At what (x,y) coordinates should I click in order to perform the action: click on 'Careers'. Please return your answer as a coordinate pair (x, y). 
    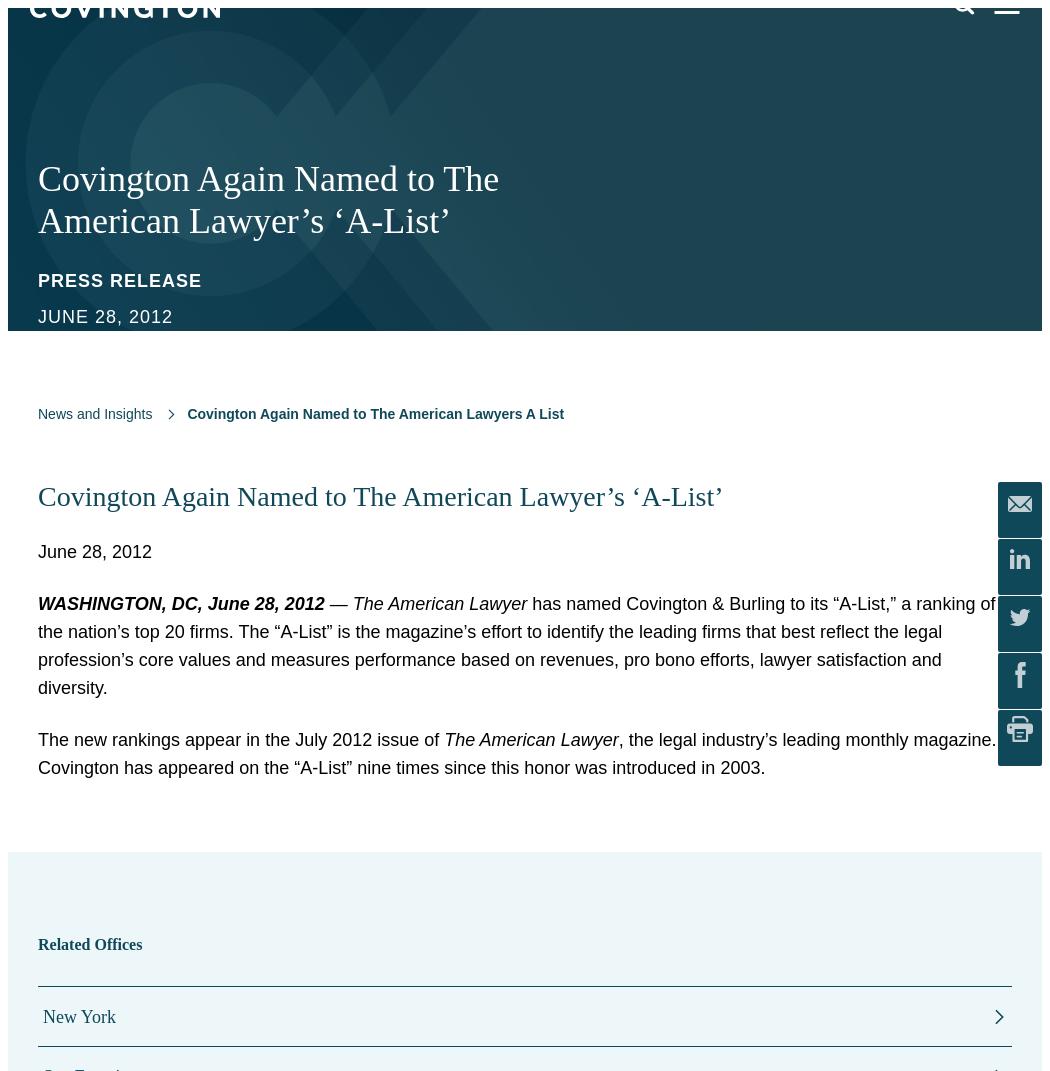
    Looking at the image, I should click on (58, 408).